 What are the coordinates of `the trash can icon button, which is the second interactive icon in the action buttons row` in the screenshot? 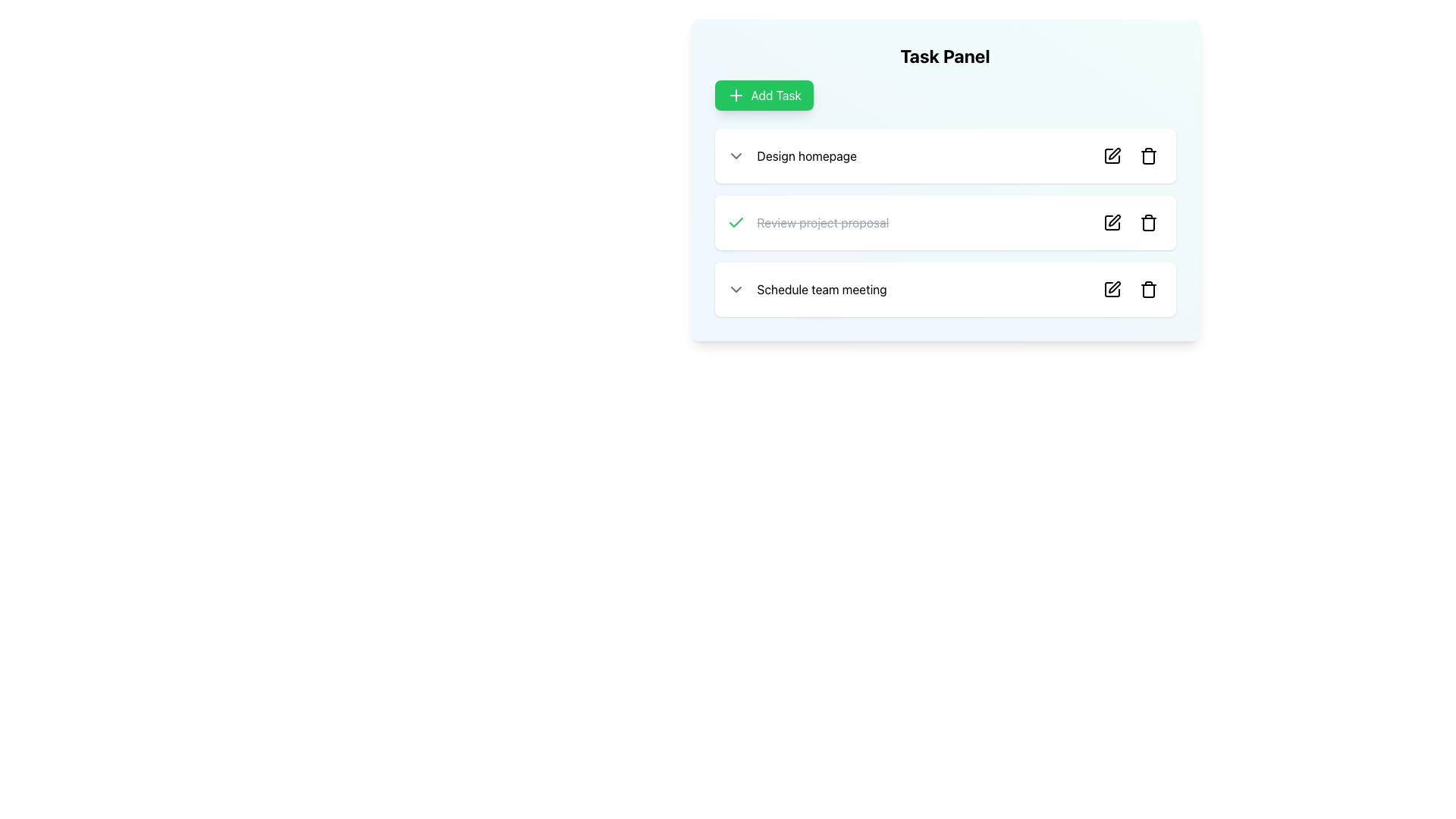 It's located at (1148, 222).